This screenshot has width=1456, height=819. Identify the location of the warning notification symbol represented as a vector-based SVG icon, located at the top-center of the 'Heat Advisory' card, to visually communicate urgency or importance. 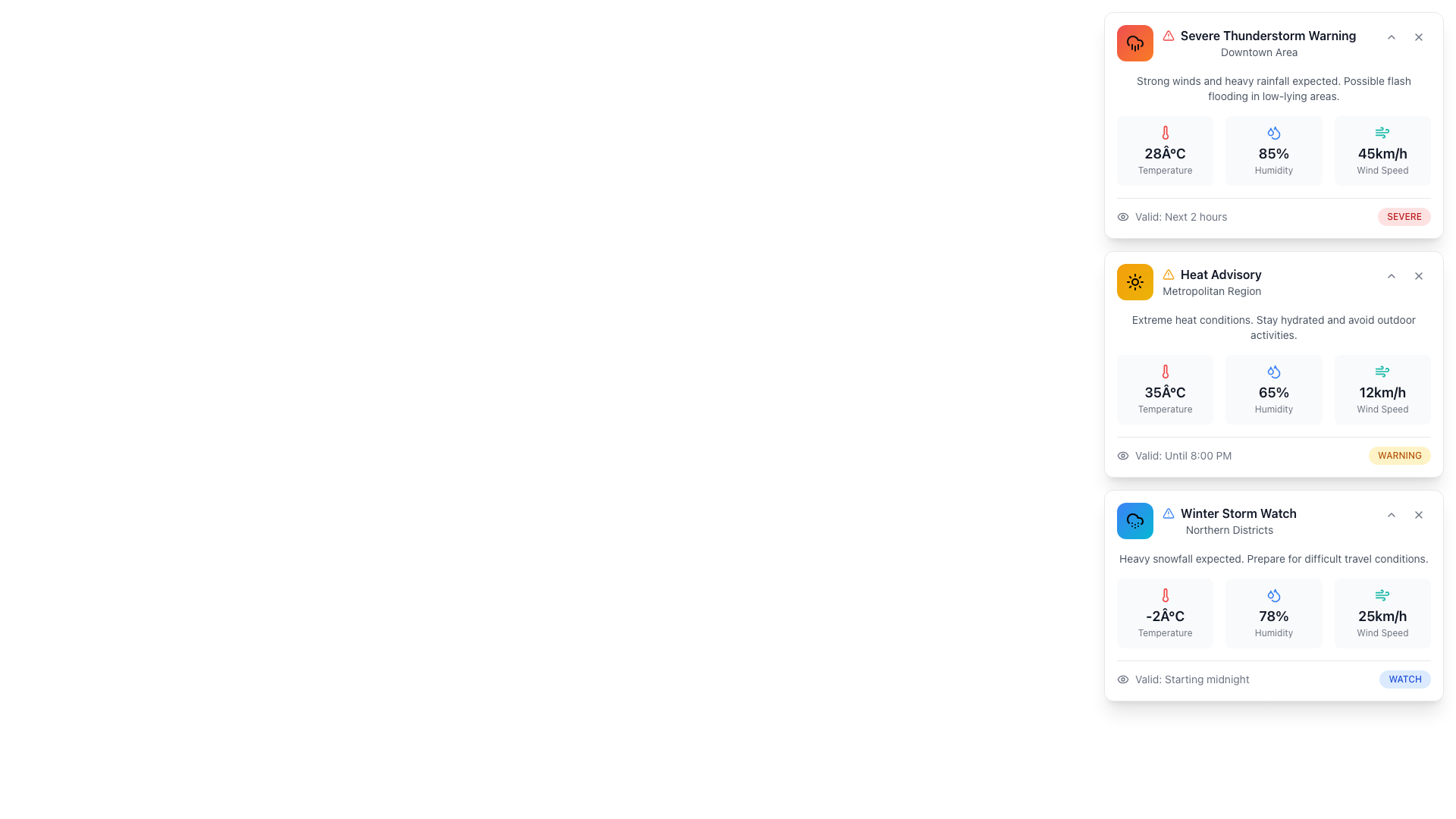
(1167, 34).